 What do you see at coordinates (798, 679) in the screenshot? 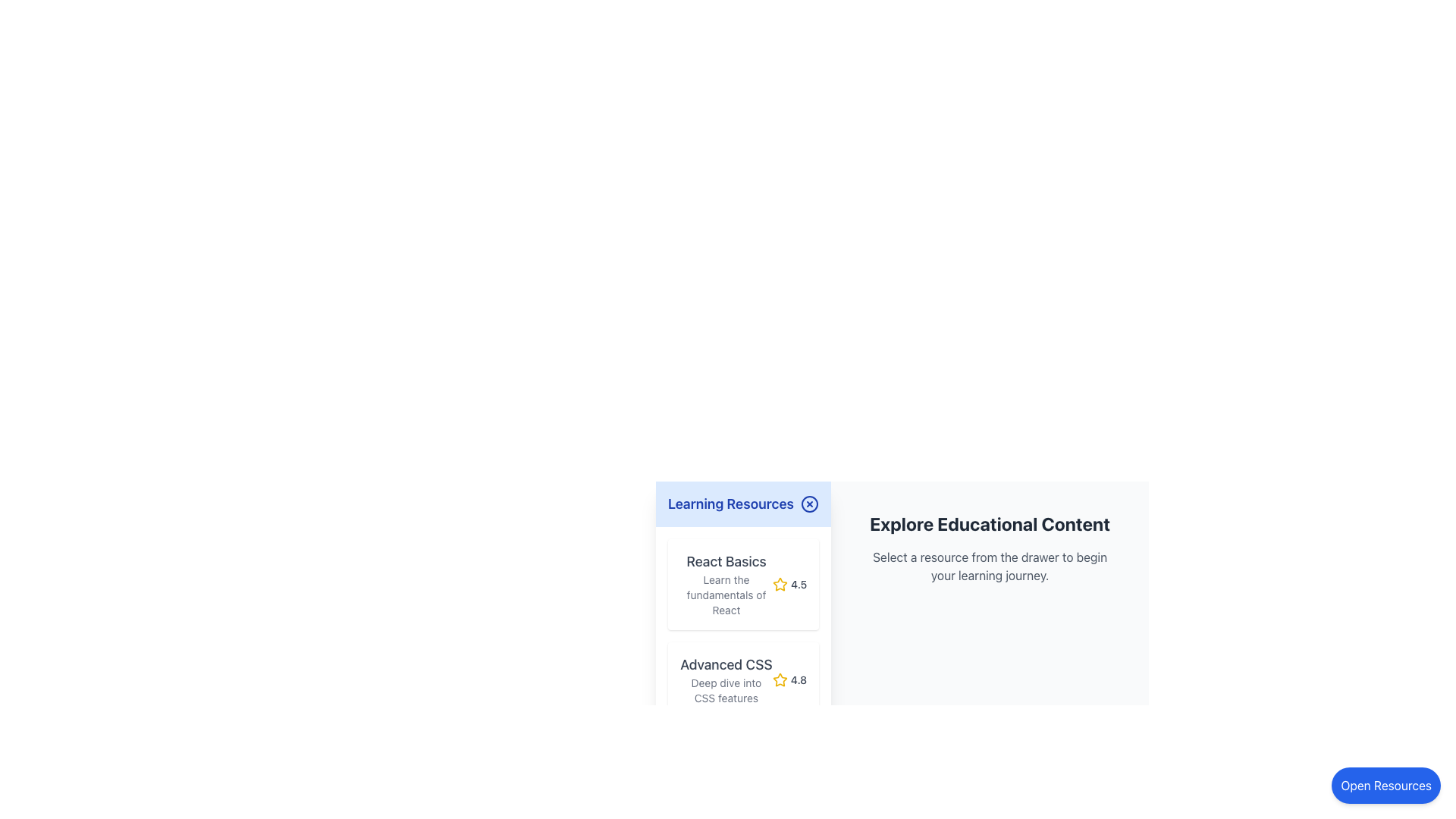
I see `the static text label displaying the rating value for the 'Advanced CSS' resource card in the 'Learning Resources' section, located to the right of the star icon` at bounding box center [798, 679].